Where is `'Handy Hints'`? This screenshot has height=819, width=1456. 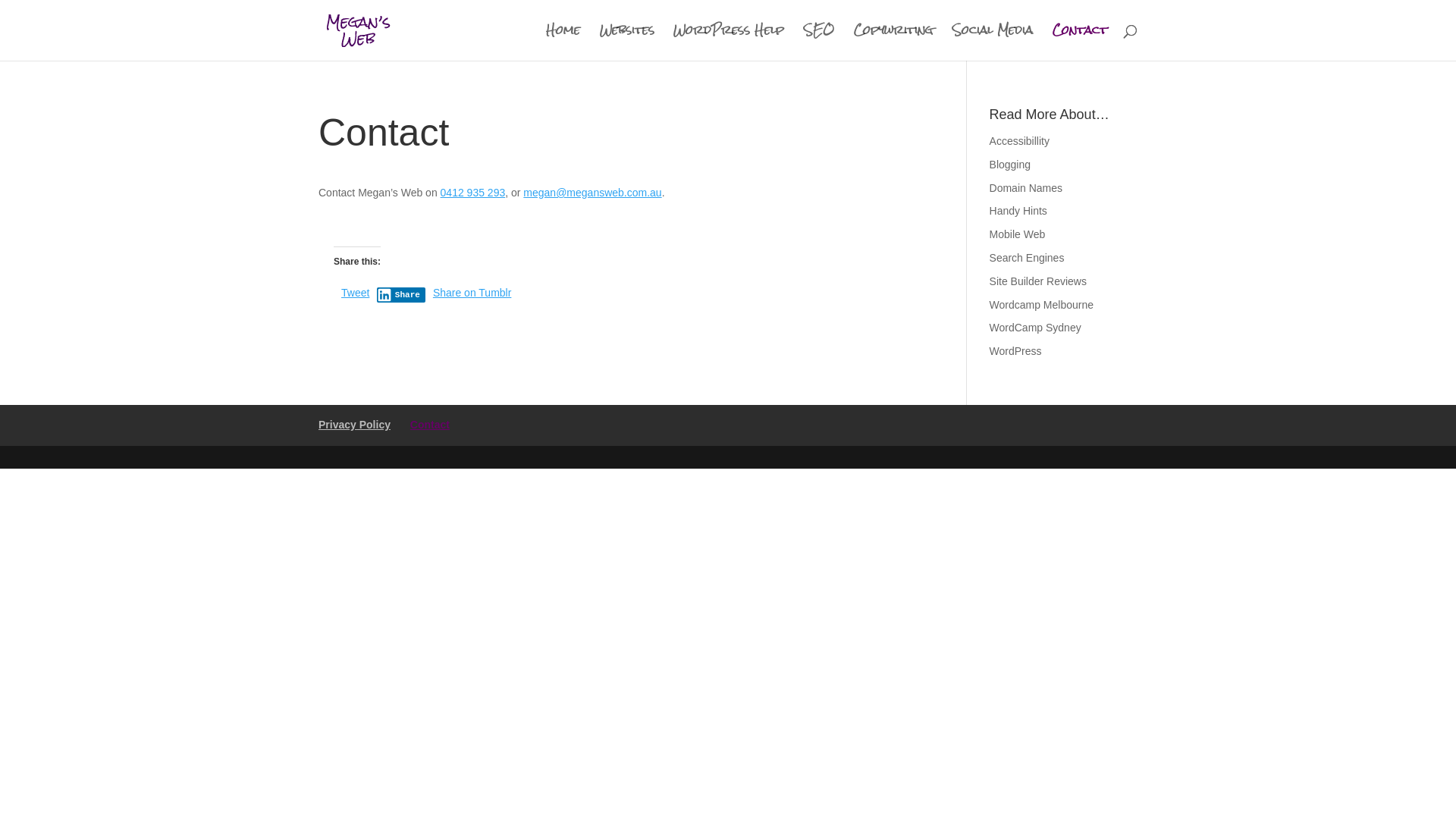 'Handy Hints' is located at coordinates (1018, 210).